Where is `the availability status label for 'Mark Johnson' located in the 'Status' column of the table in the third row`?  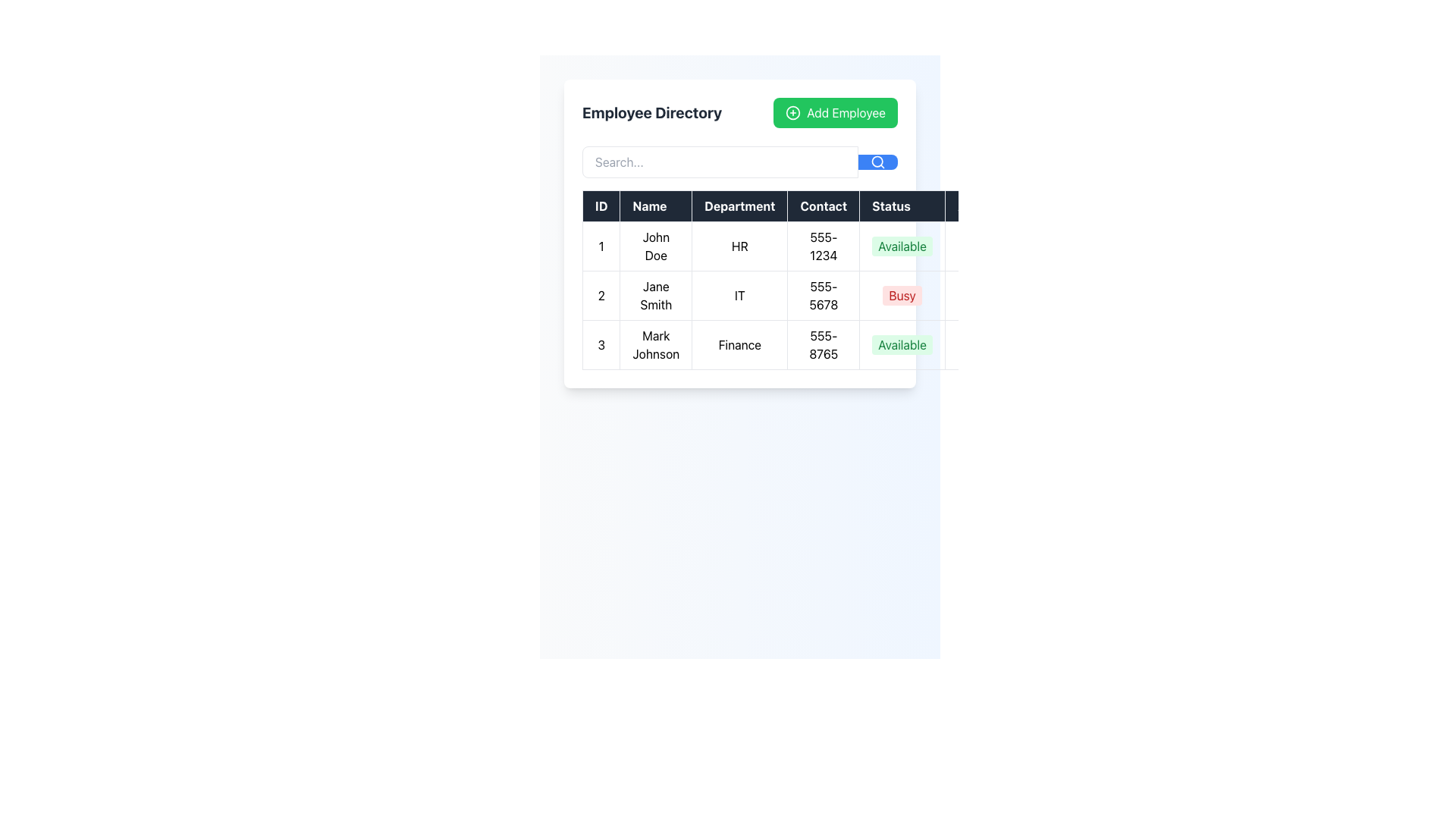 the availability status label for 'Mark Johnson' located in the 'Status' column of the table in the third row is located at coordinates (902, 345).